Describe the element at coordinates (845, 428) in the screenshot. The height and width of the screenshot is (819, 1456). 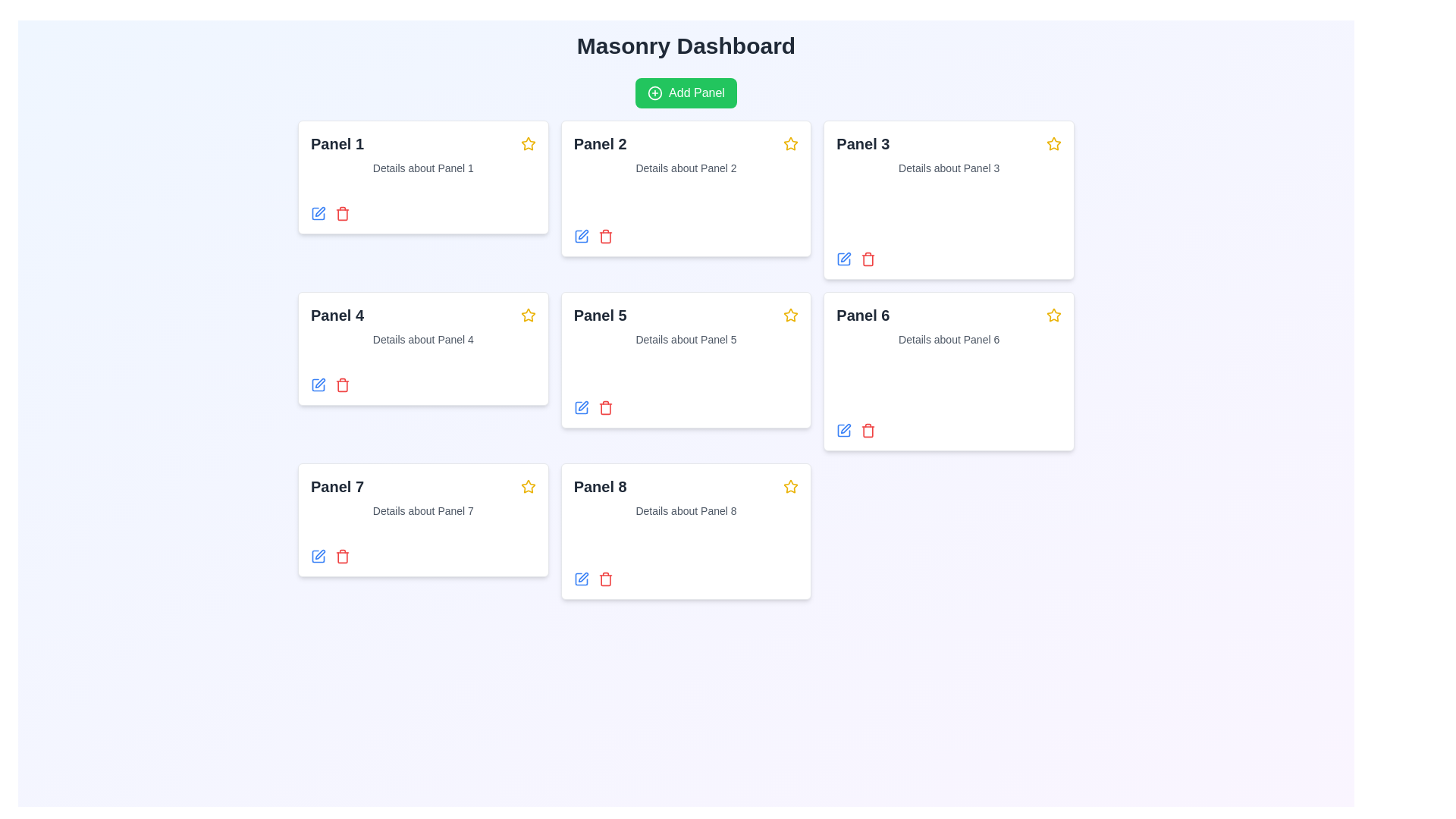
I see `the Edit button represented by the SVG pen icon located at the bottom-left corner of Panel 6 to initiate the editing process` at that location.